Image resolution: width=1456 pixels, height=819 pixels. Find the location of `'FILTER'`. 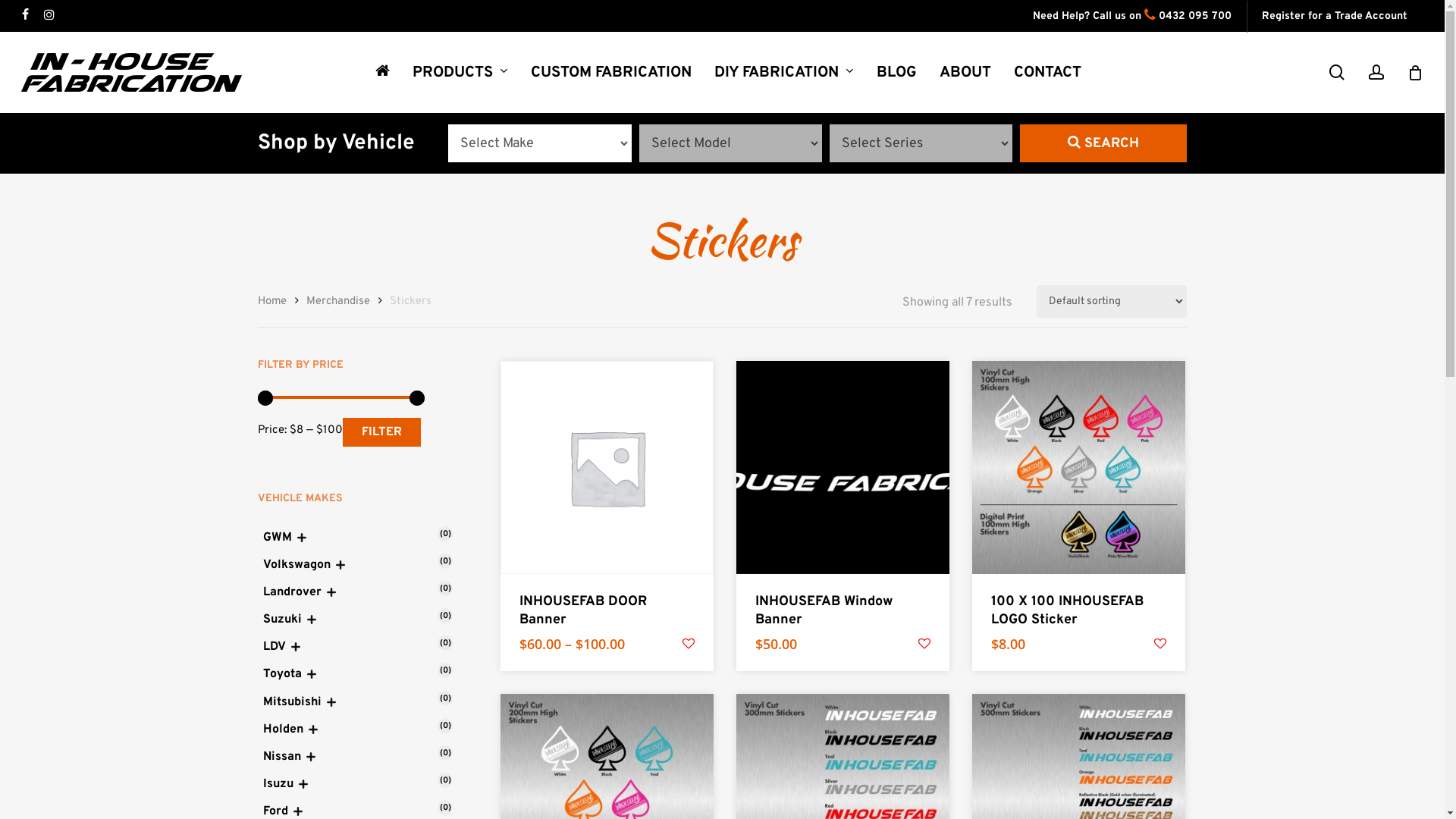

'FILTER' is located at coordinates (381, 432).